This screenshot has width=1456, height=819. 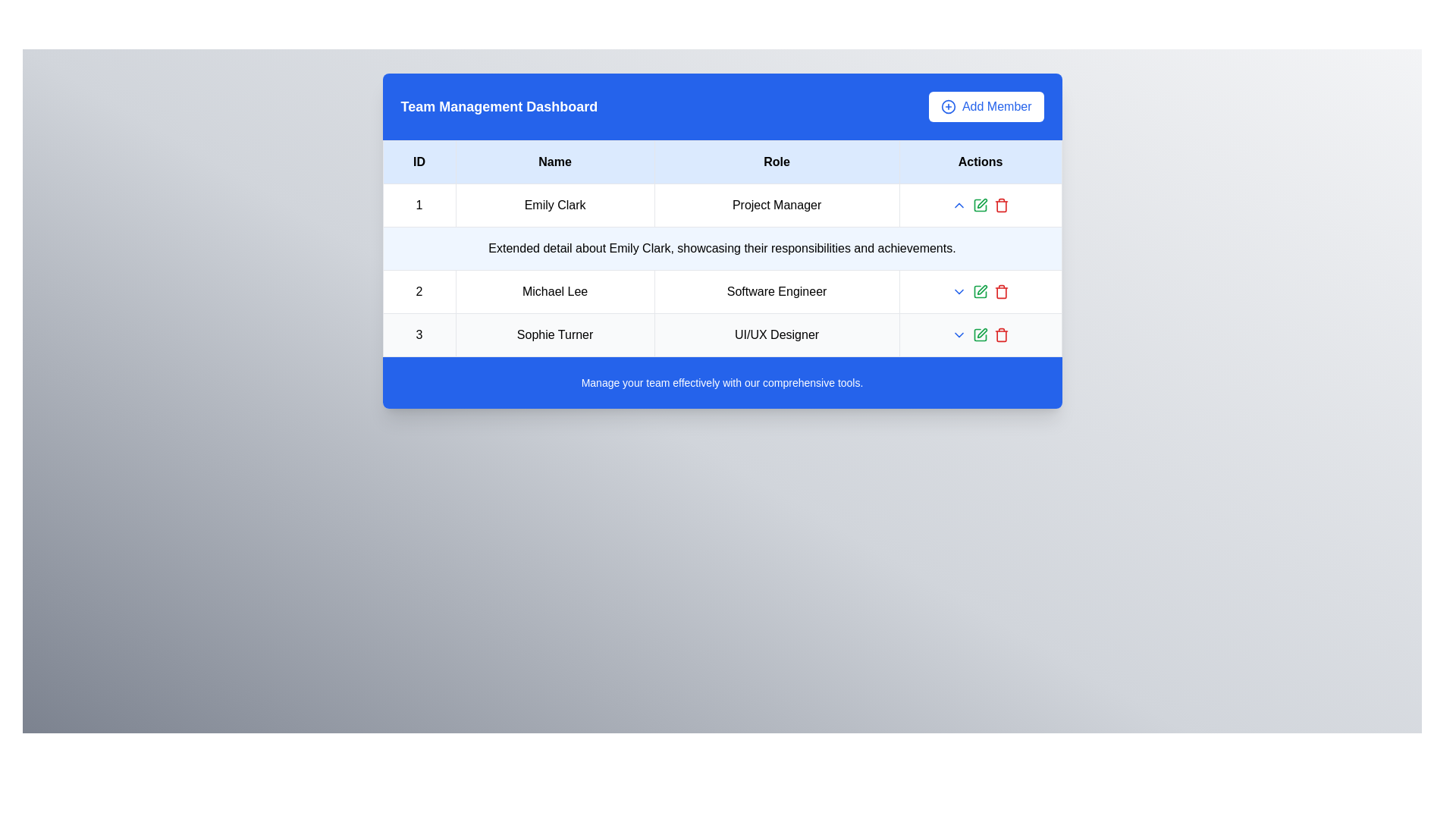 What do you see at coordinates (981, 334) in the screenshot?
I see `the appearance of the pen icon located in the third row of the 'Actions' column in the user management dashboard` at bounding box center [981, 334].